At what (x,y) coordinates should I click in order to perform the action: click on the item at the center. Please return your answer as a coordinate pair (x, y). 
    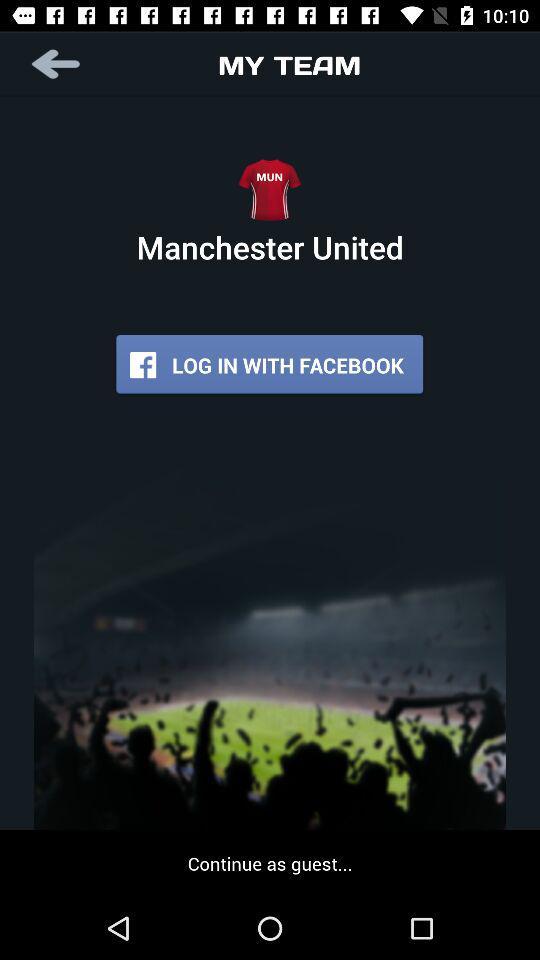
    Looking at the image, I should click on (269, 364).